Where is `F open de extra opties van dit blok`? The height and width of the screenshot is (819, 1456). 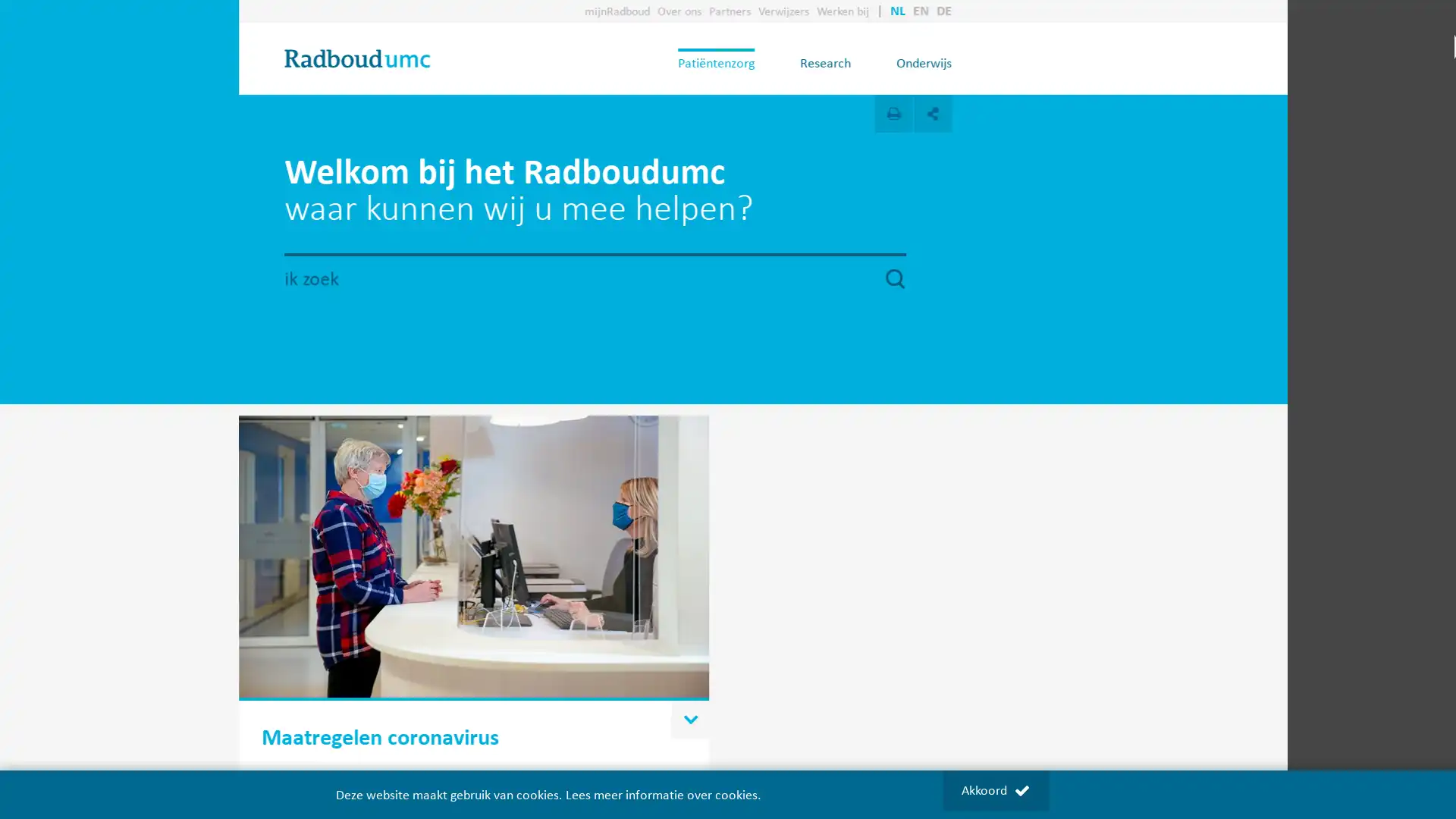
F open de extra opties van dit blok is located at coordinates (786, 679).